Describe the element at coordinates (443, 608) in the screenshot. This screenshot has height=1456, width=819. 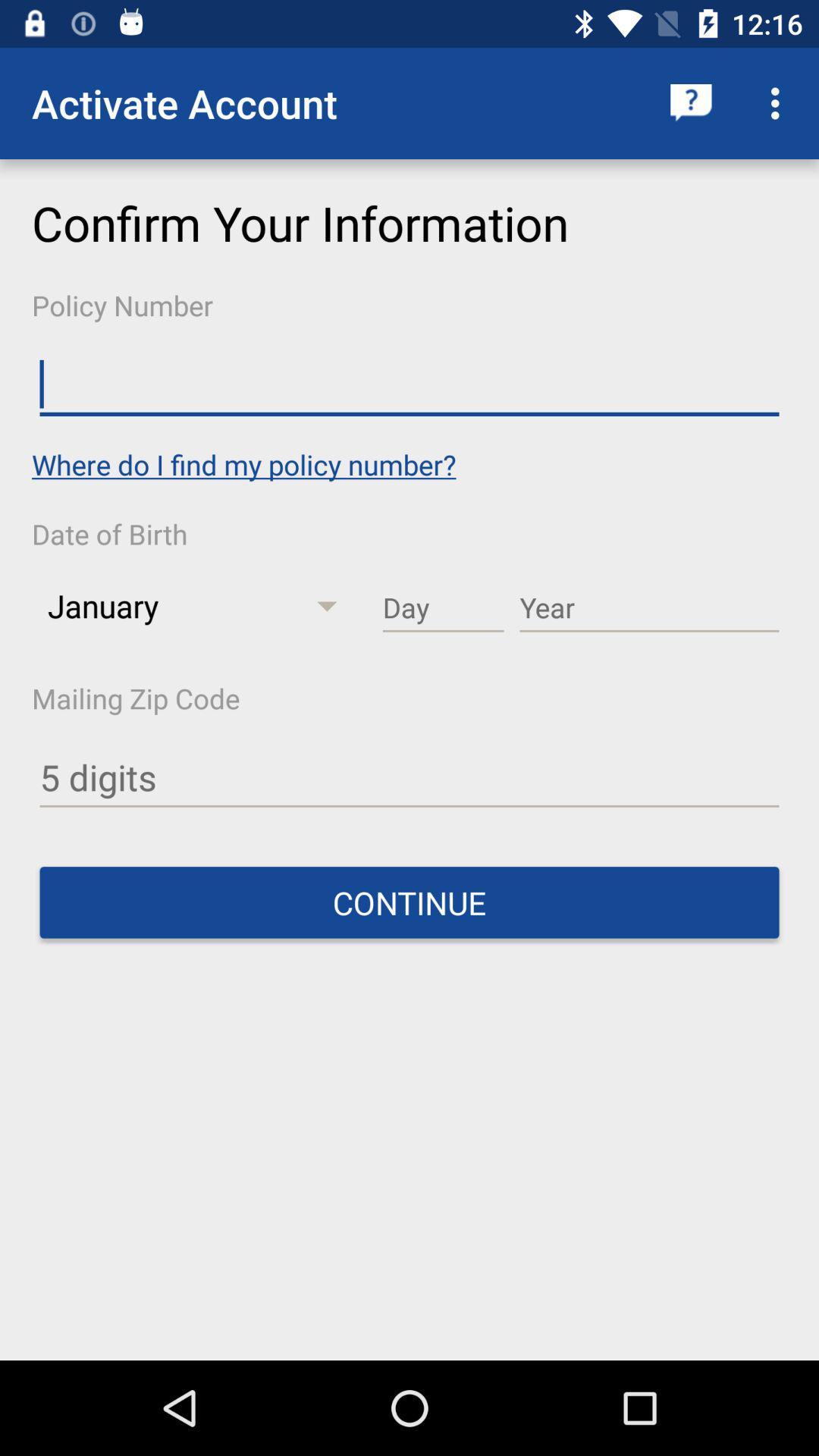
I see `day of birth` at that location.